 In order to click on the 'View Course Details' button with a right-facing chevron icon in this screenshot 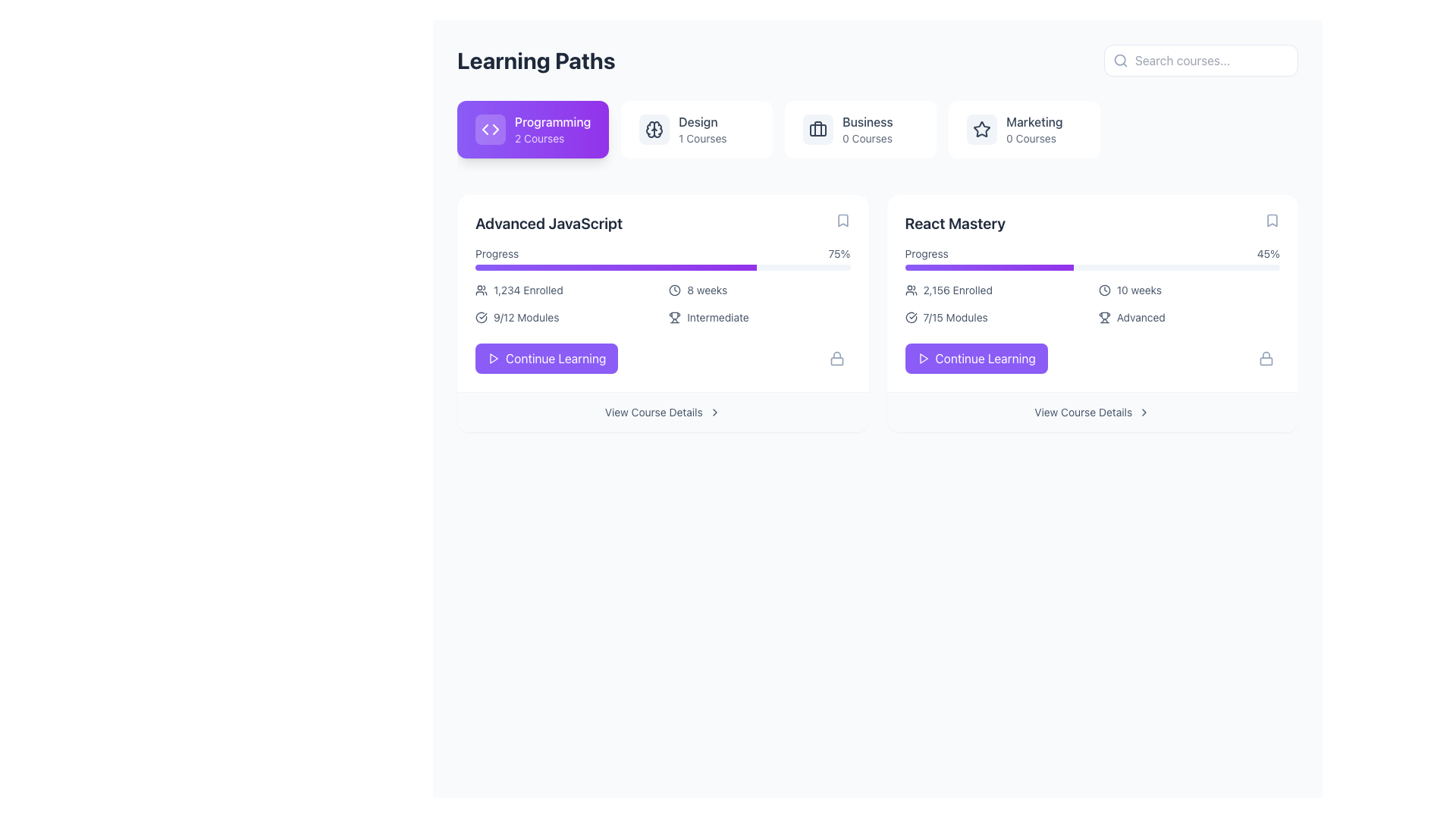, I will do `click(1092, 412)`.